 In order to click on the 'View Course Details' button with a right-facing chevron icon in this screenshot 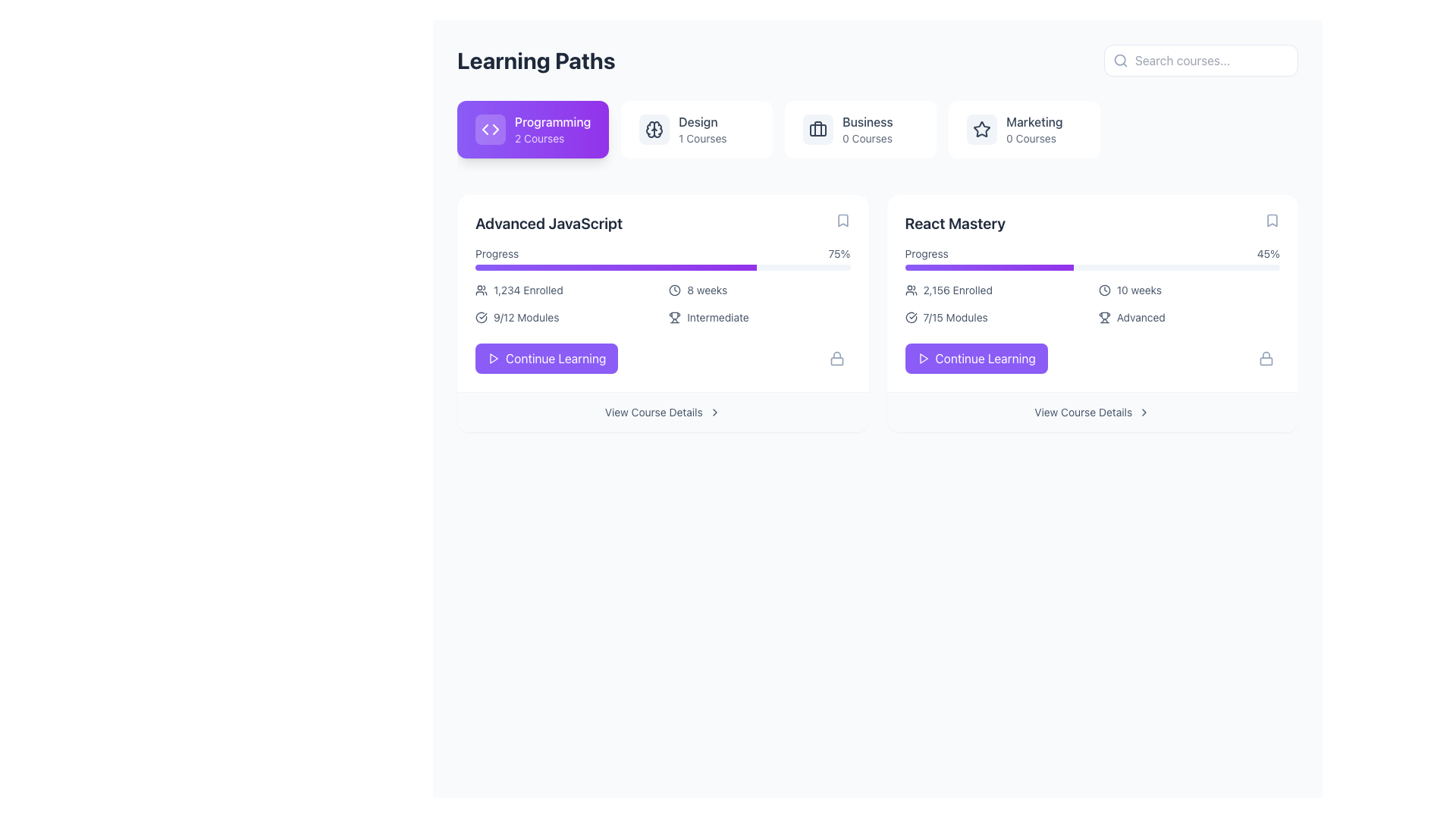, I will do `click(1092, 412)`.